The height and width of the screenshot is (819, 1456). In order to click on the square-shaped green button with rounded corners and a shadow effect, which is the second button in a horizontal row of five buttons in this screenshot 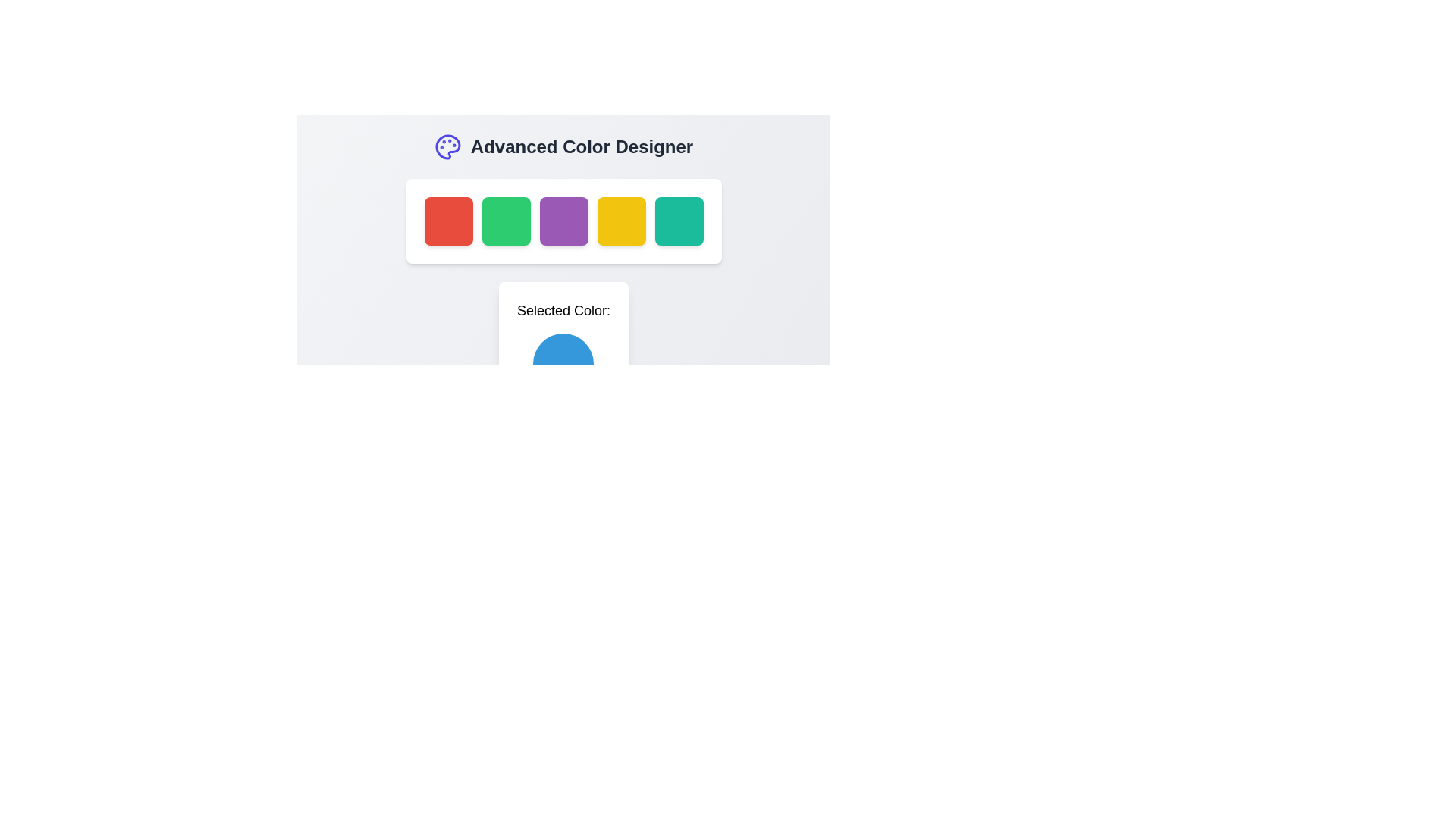, I will do `click(506, 221)`.